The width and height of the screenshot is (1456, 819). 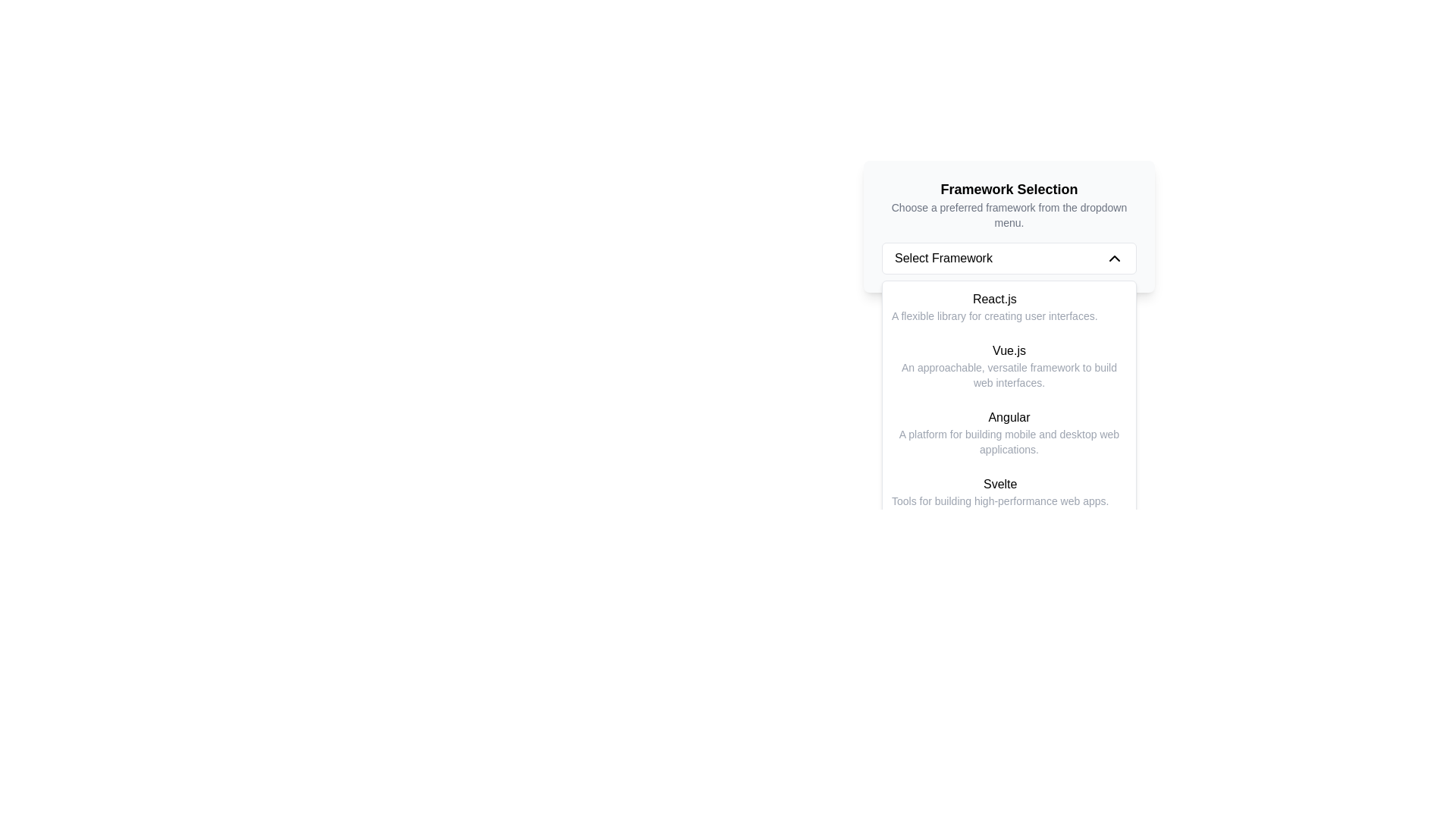 I want to click on the first selectable list item labeled 'React.js', so click(x=1009, y=307).